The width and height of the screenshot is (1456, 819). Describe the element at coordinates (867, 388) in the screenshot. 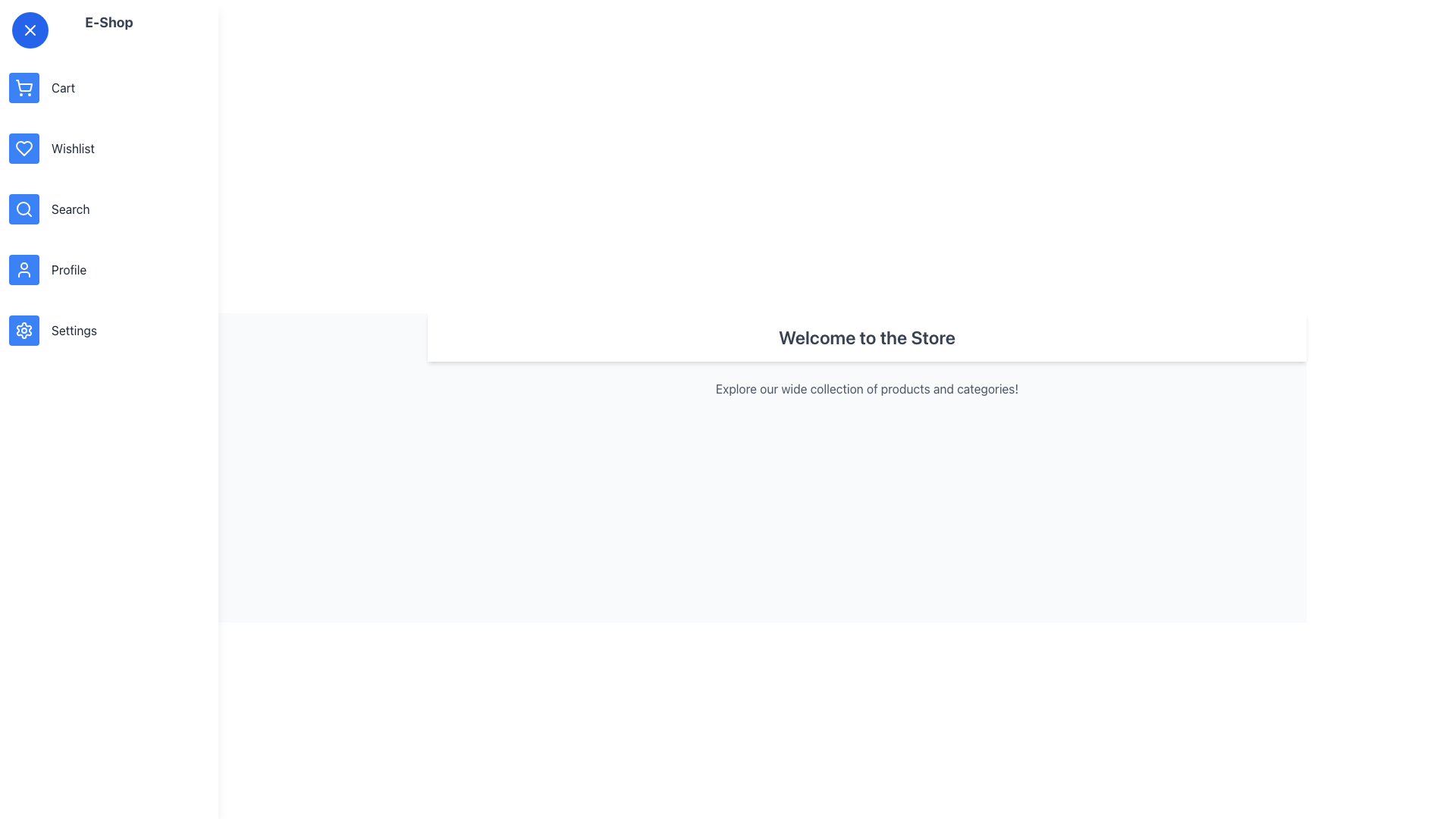

I see `text label that says 'Explore our wide collection of products and categories!' located near the top-center of the main content section, beneath the header 'Welcome to the Store.'` at that location.